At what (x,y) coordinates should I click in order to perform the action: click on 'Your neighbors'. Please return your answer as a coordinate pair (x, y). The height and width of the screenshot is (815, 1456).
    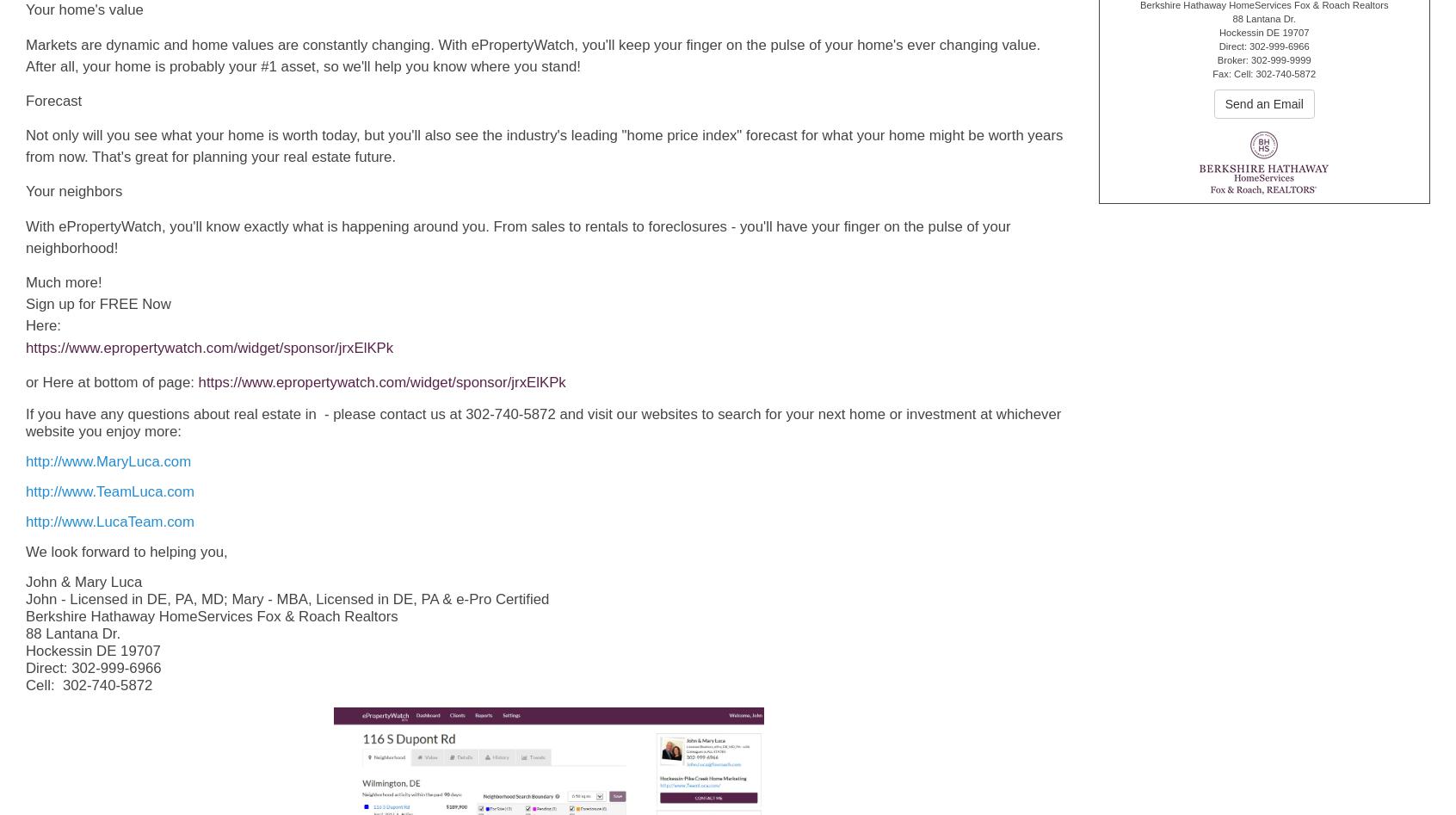
    Looking at the image, I should click on (73, 191).